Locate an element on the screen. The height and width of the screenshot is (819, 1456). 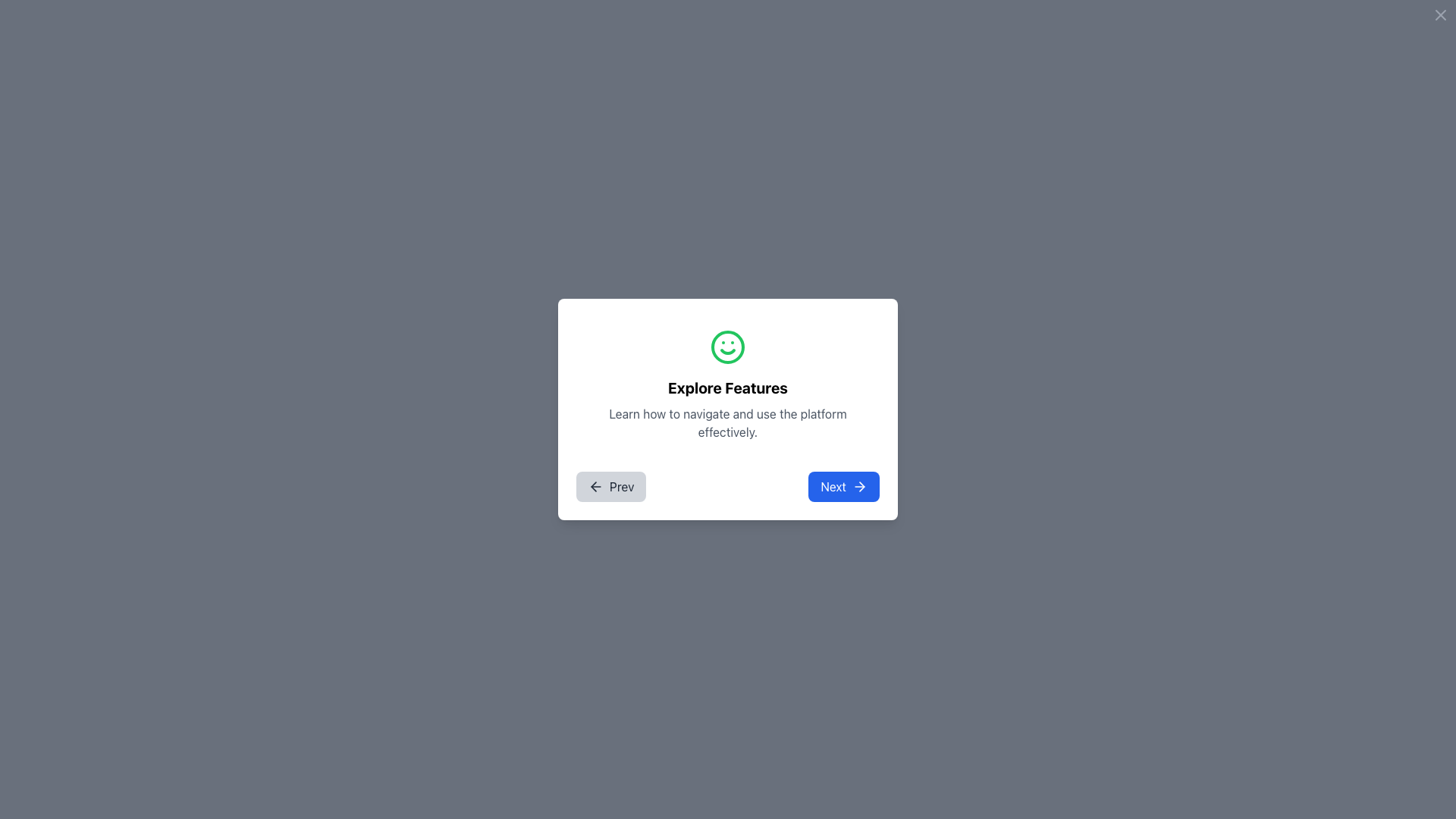
the right arrow icon within the 'Next' button is located at coordinates (859, 486).